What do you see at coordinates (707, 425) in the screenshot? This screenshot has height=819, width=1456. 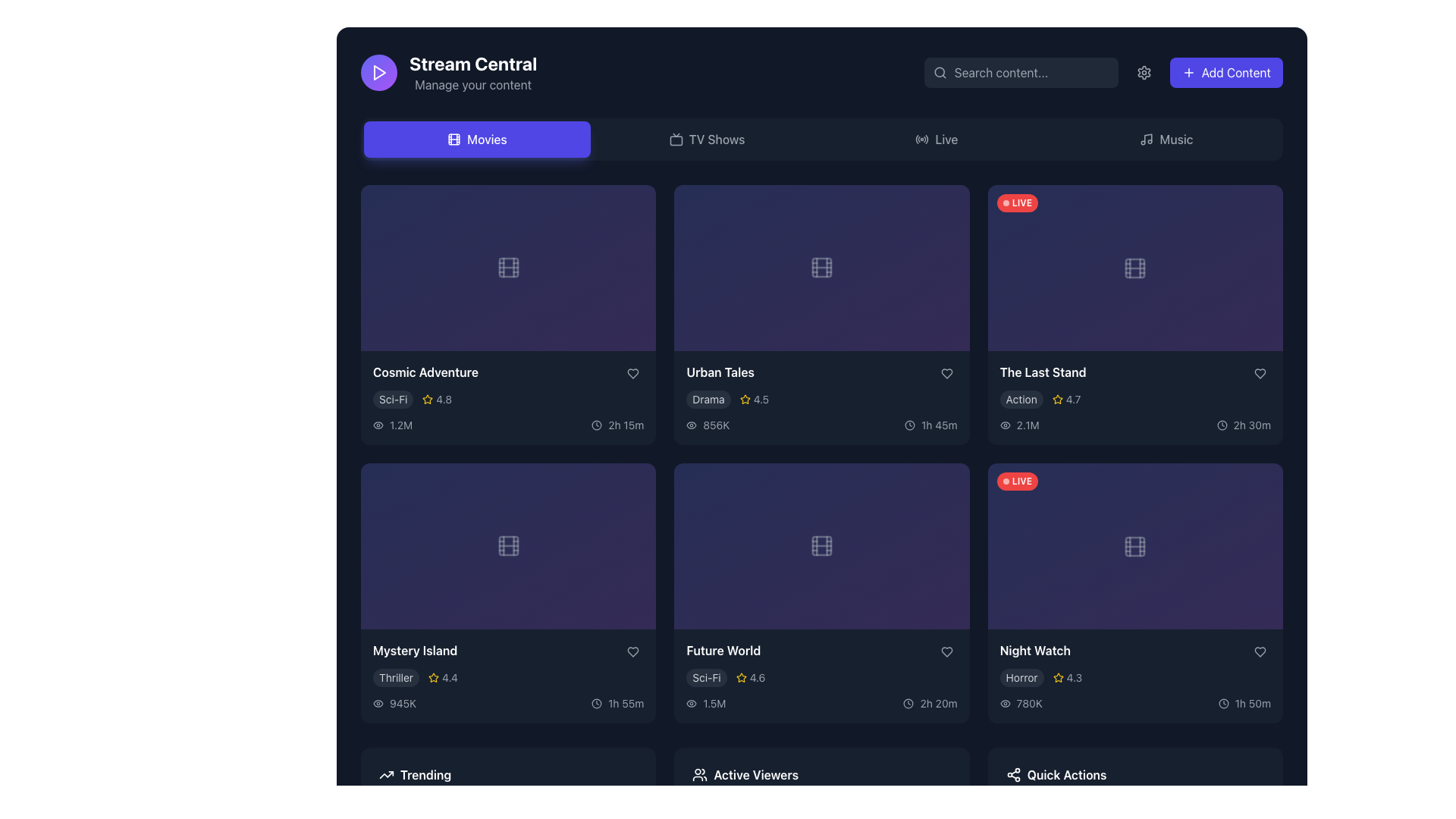 I see `number of views or engagements displayed in the 'Urban Tales' label located in the second column of the movies display grid, positioned to the left of the '1h 45m' element` at bounding box center [707, 425].